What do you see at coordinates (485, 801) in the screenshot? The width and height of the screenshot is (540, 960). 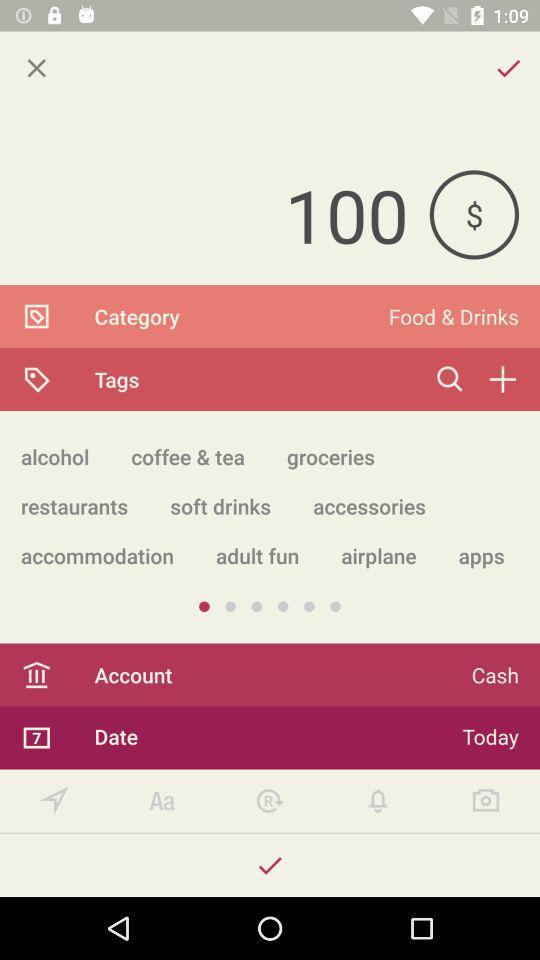 I see `take a picture` at bounding box center [485, 801].